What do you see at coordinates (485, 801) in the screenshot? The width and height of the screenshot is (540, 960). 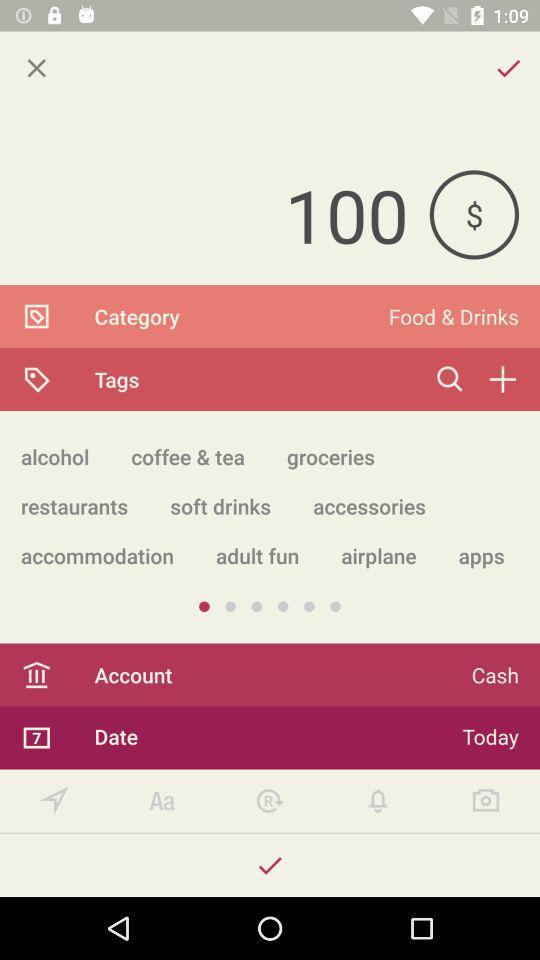 I see `take a picture` at bounding box center [485, 801].